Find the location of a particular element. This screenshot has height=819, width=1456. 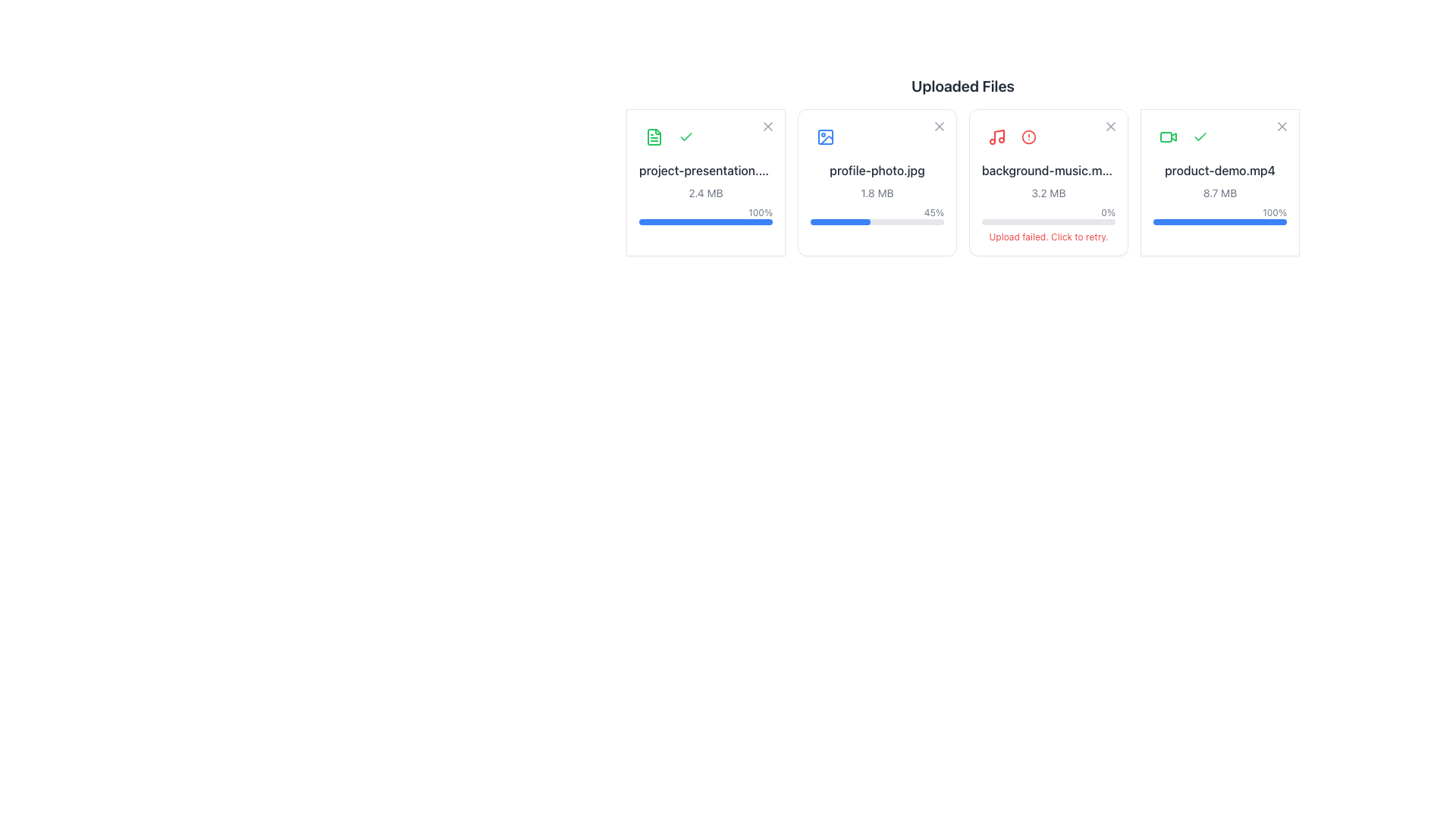

the percentage displayed on the progress bar labeled '0%' located under the 'background-music.mp3' file entry is located at coordinates (1047, 216).